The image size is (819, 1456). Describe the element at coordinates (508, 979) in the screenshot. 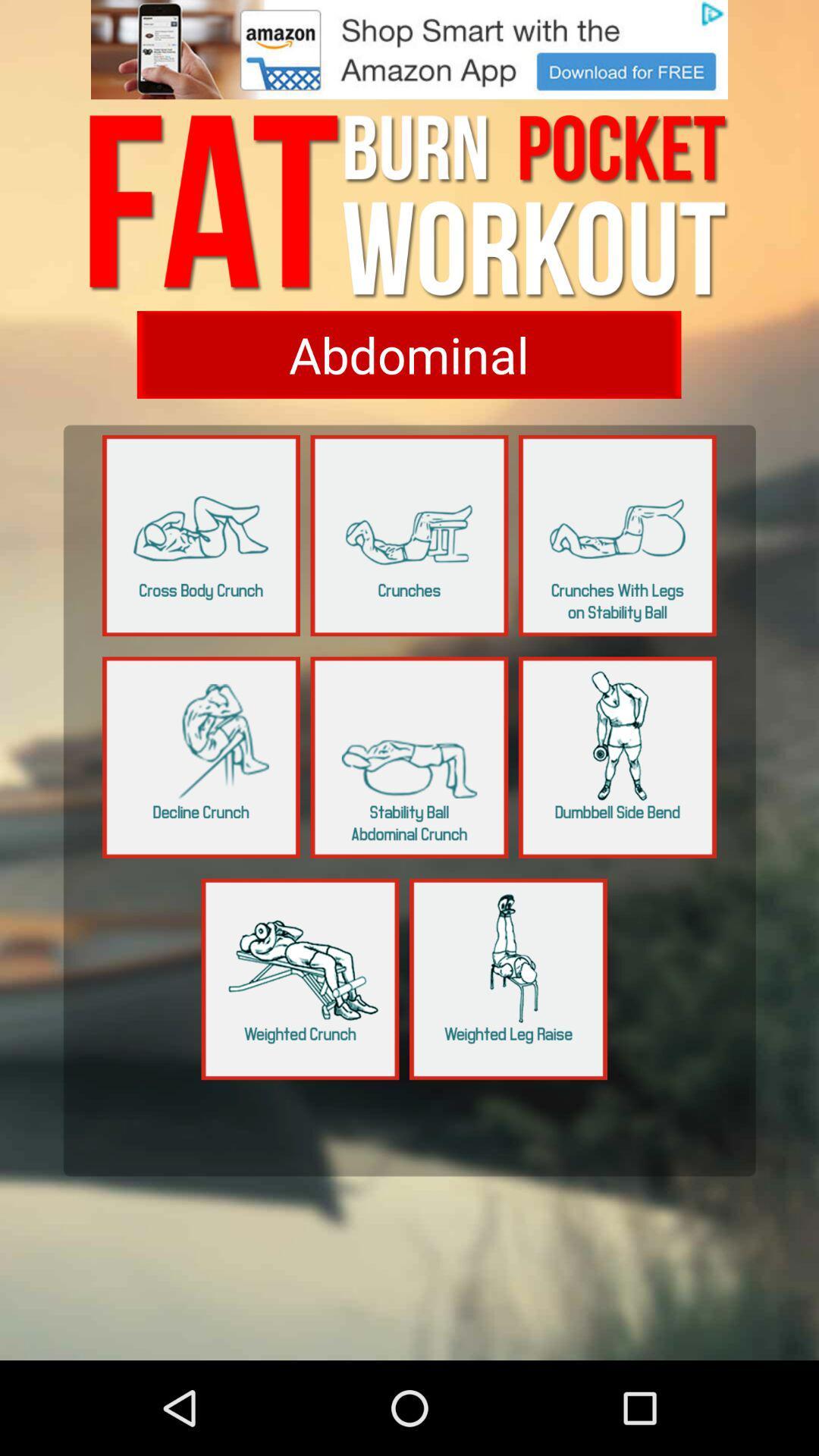

I see `weighted leg raise option` at that location.